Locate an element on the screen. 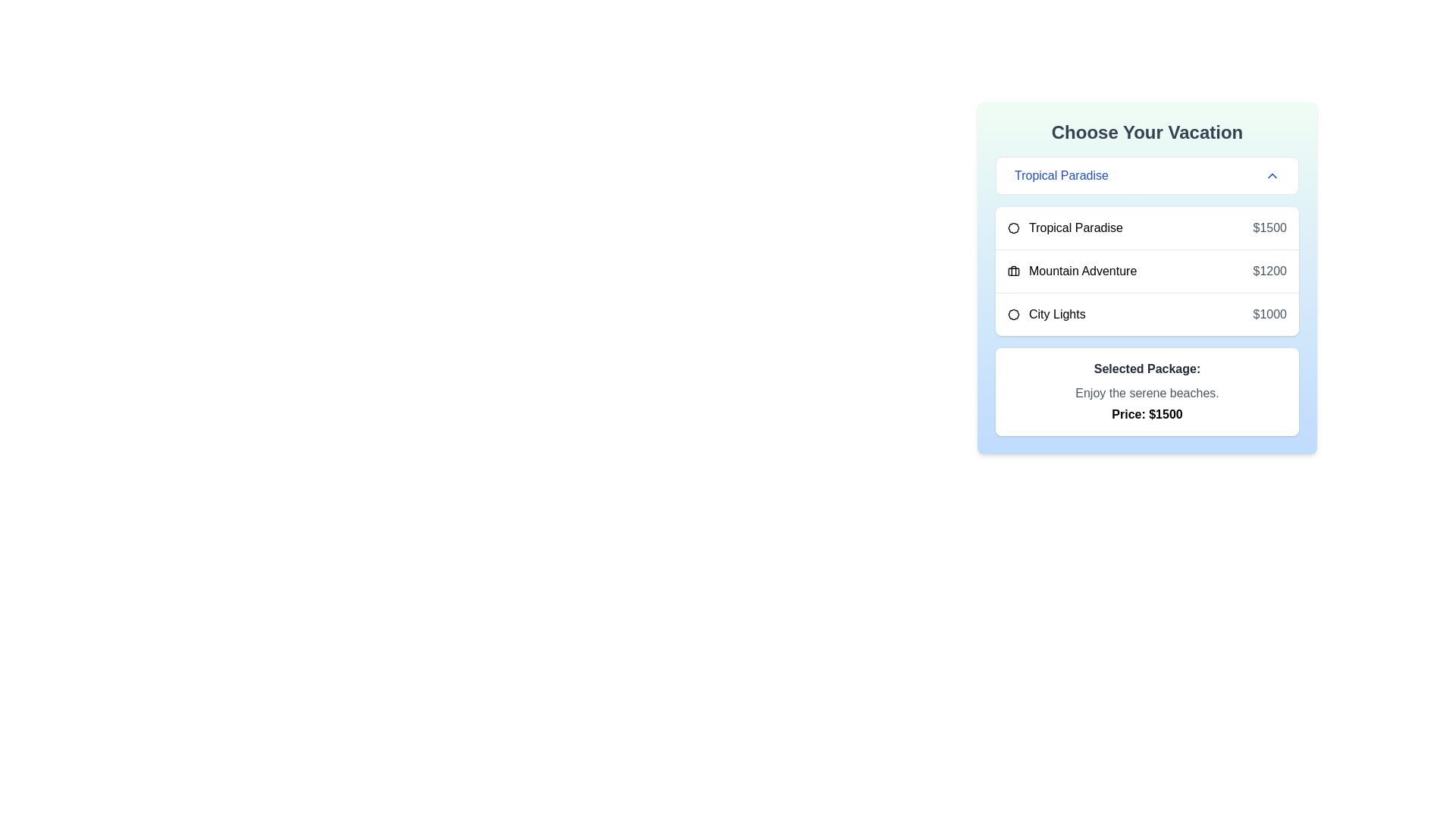  the badge icon element, which is a graphical vector shape resembling a badge, centrally positioned before the text 'Tropical Paradise' in the dropdown menu is located at coordinates (1013, 227).